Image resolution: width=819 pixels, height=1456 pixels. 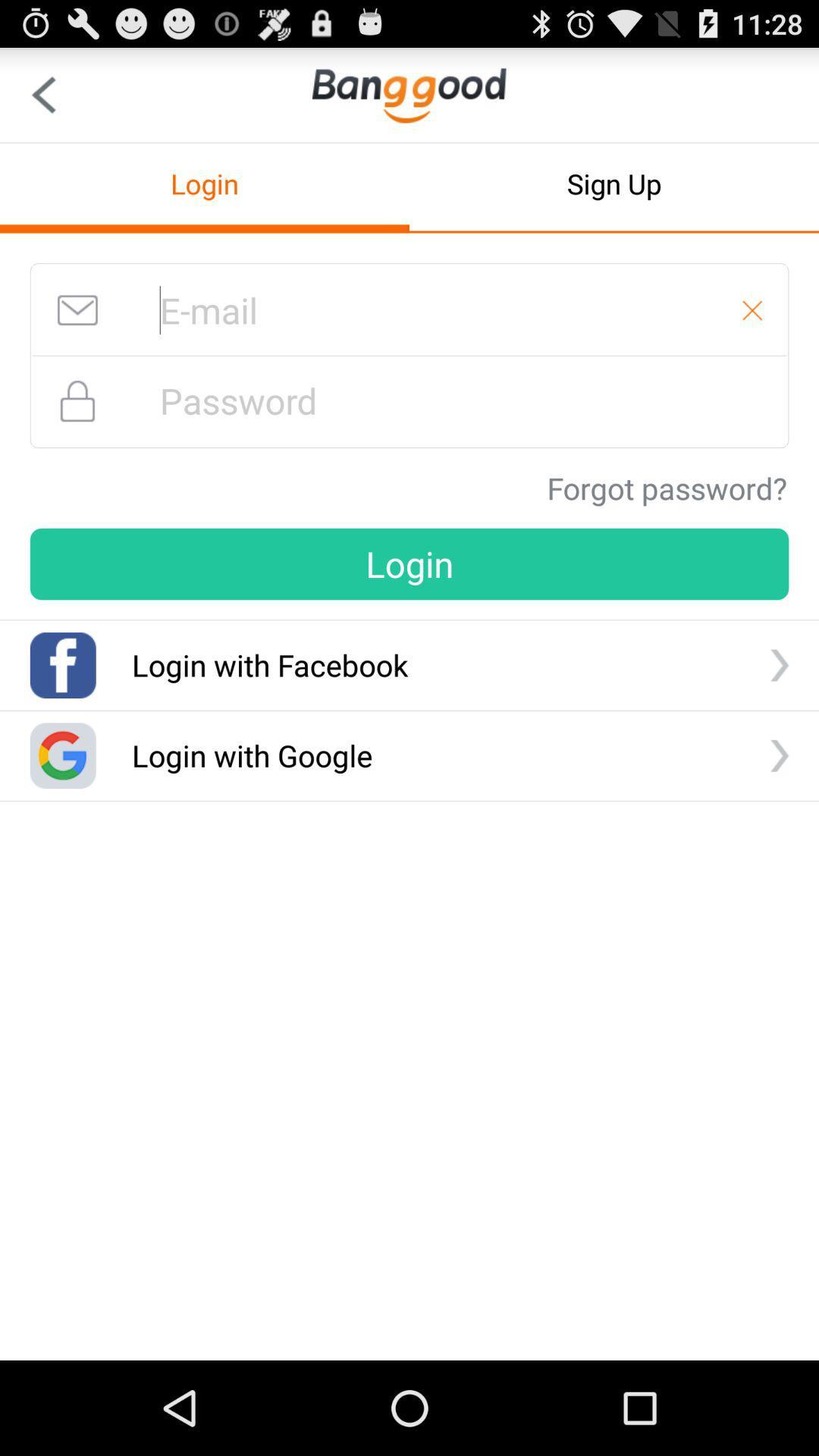 I want to click on the forgot password? item, so click(x=666, y=488).